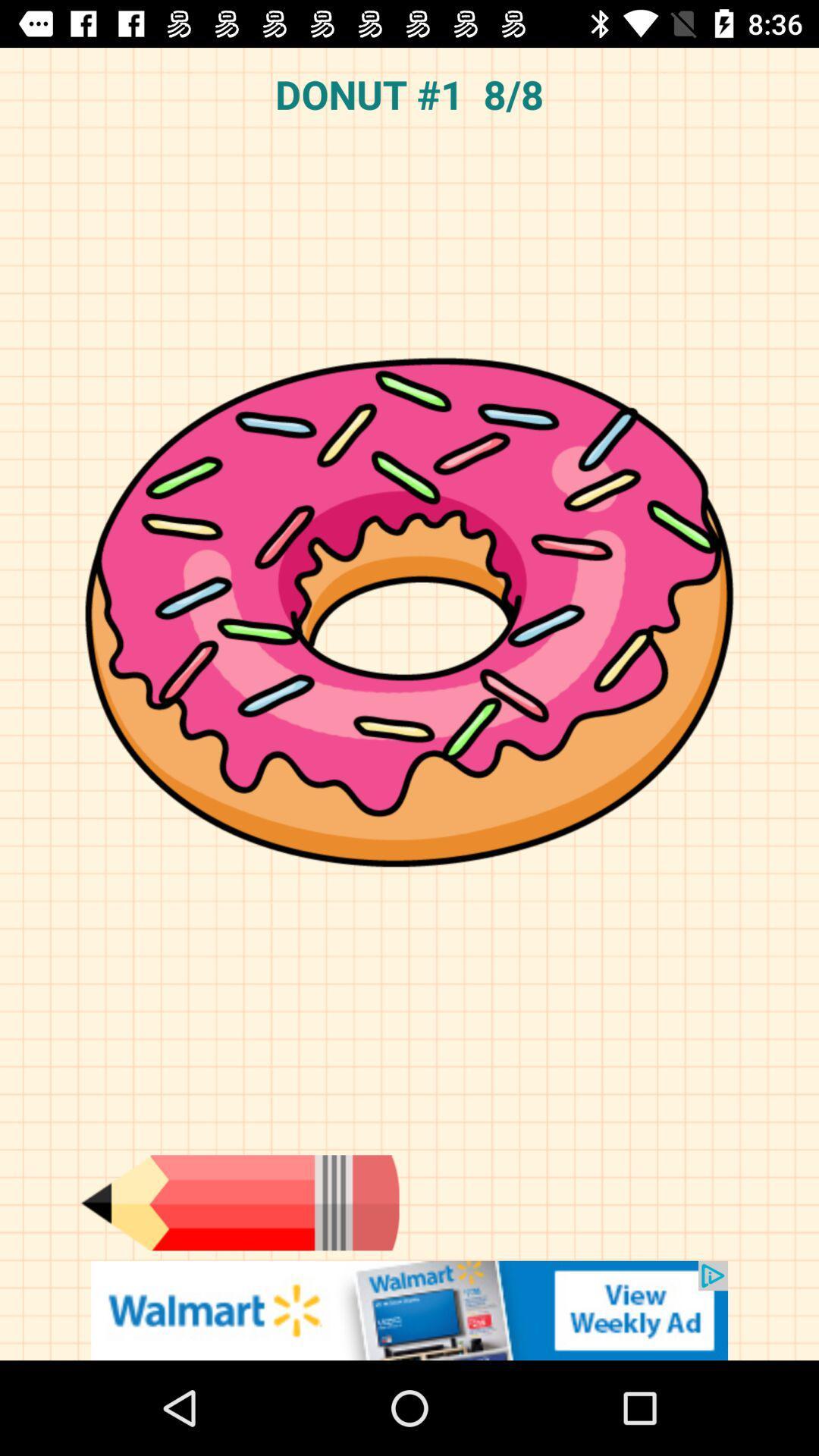  Describe the element at coordinates (409, 1310) in the screenshot. I see `share the article` at that location.